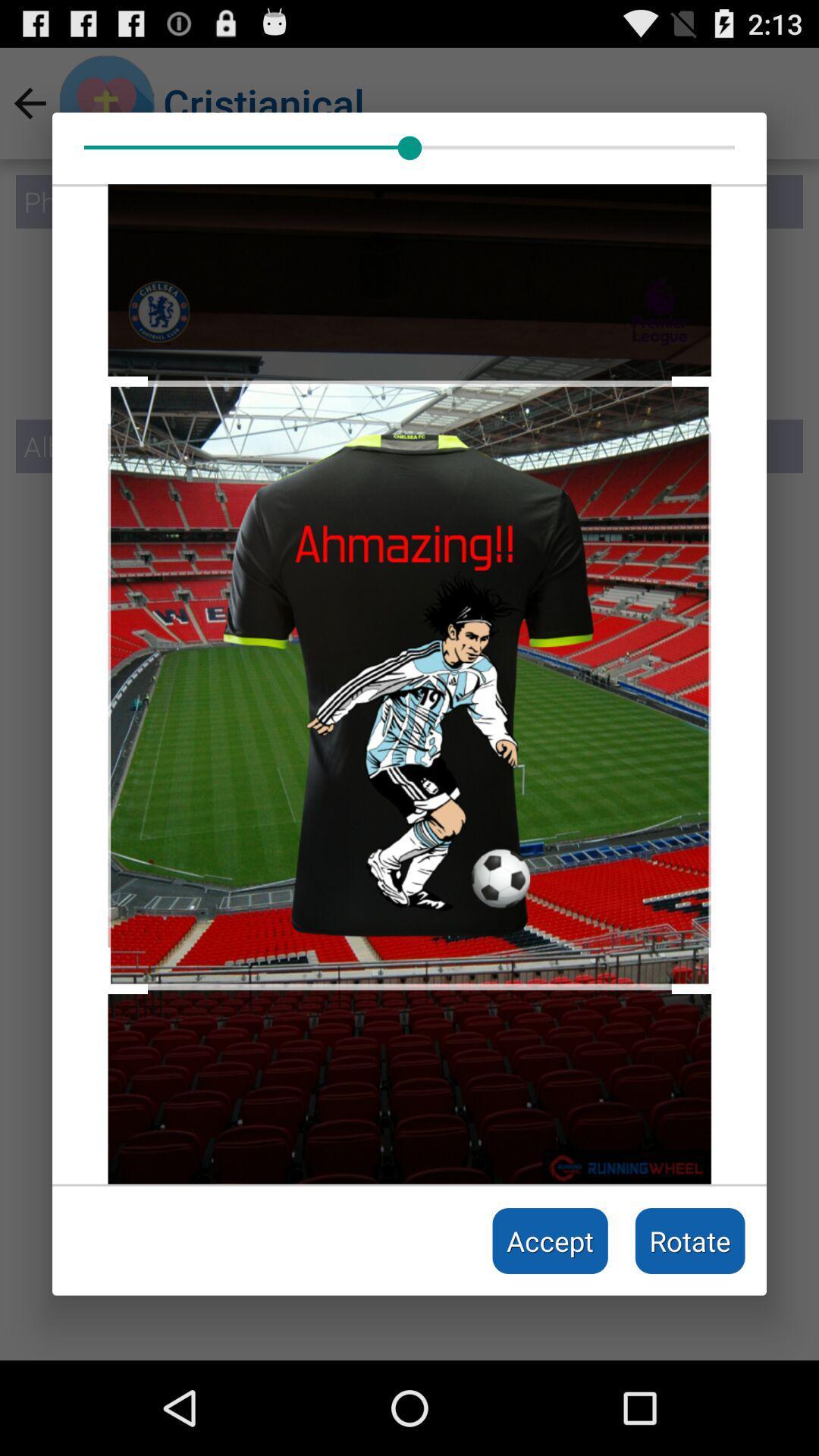 The height and width of the screenshot is (1456, 819). Describe the element at coordinates (690, 1241) in the screenshot. I see `the item to the right of accept item` at that location.